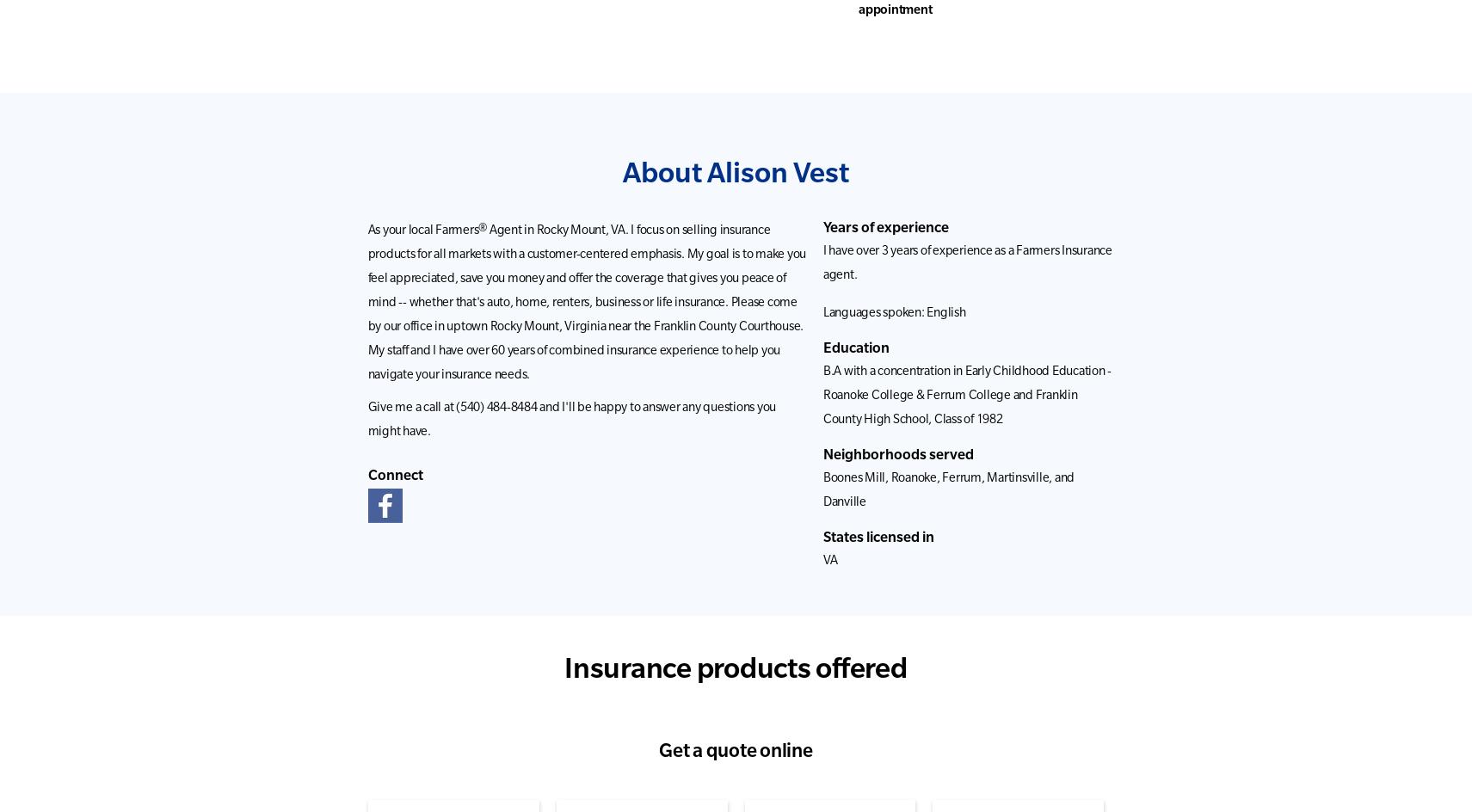 Image resolution: width=1472 pixels, height=812 pixels. What do you see at coordinates (311, 562) in the screenshot?
I see `'Sitemap'` at bounding box center [311, 562].